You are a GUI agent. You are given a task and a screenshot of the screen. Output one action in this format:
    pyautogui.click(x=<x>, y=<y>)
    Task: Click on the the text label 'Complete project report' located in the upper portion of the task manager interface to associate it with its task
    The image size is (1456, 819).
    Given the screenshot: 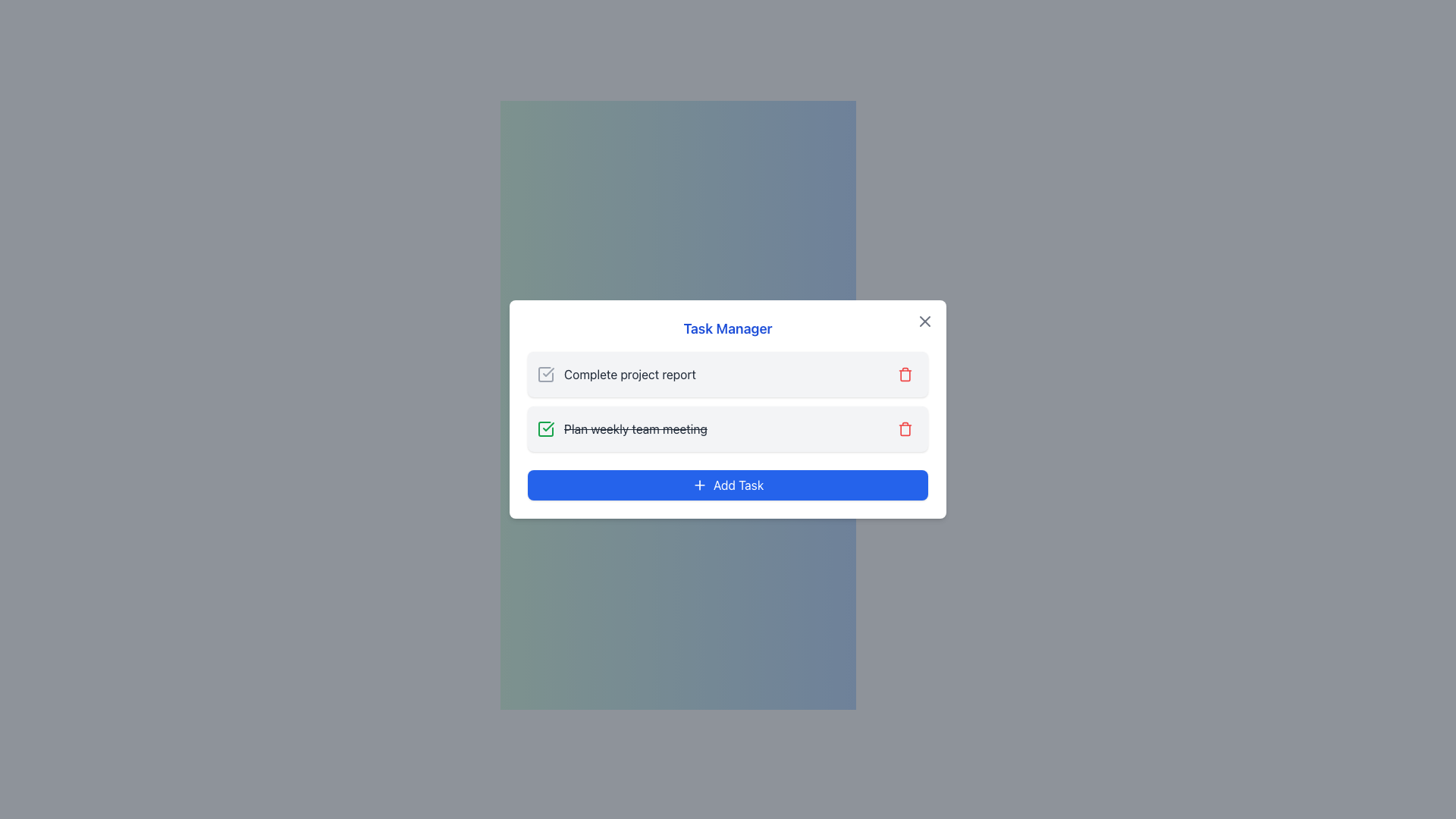 What is the action you would take?
    pyautogui.click(x=629, y=374)
    